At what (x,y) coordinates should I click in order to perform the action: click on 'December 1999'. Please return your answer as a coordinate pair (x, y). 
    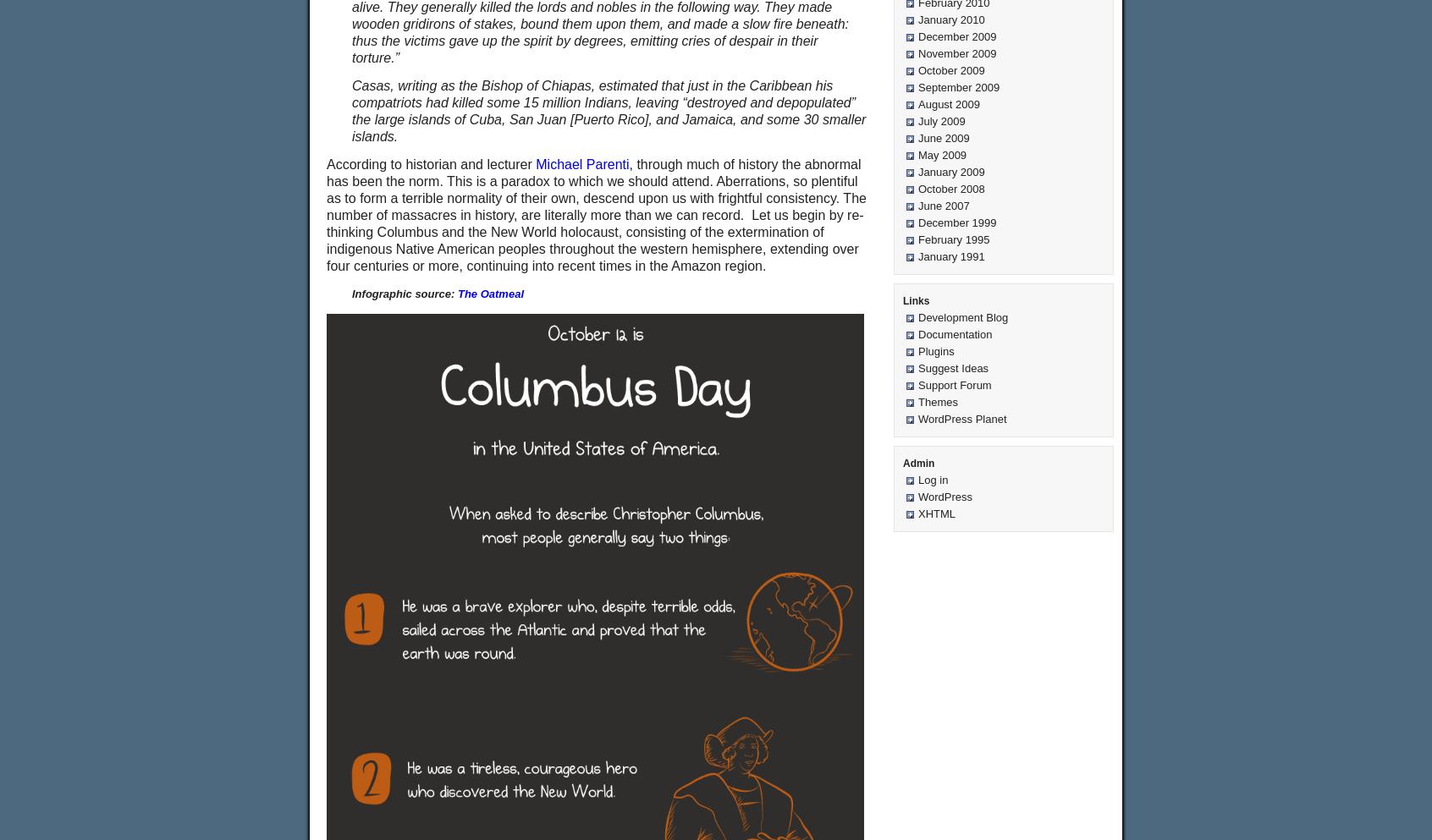
    Looking at the image, I should click on (956, 222).